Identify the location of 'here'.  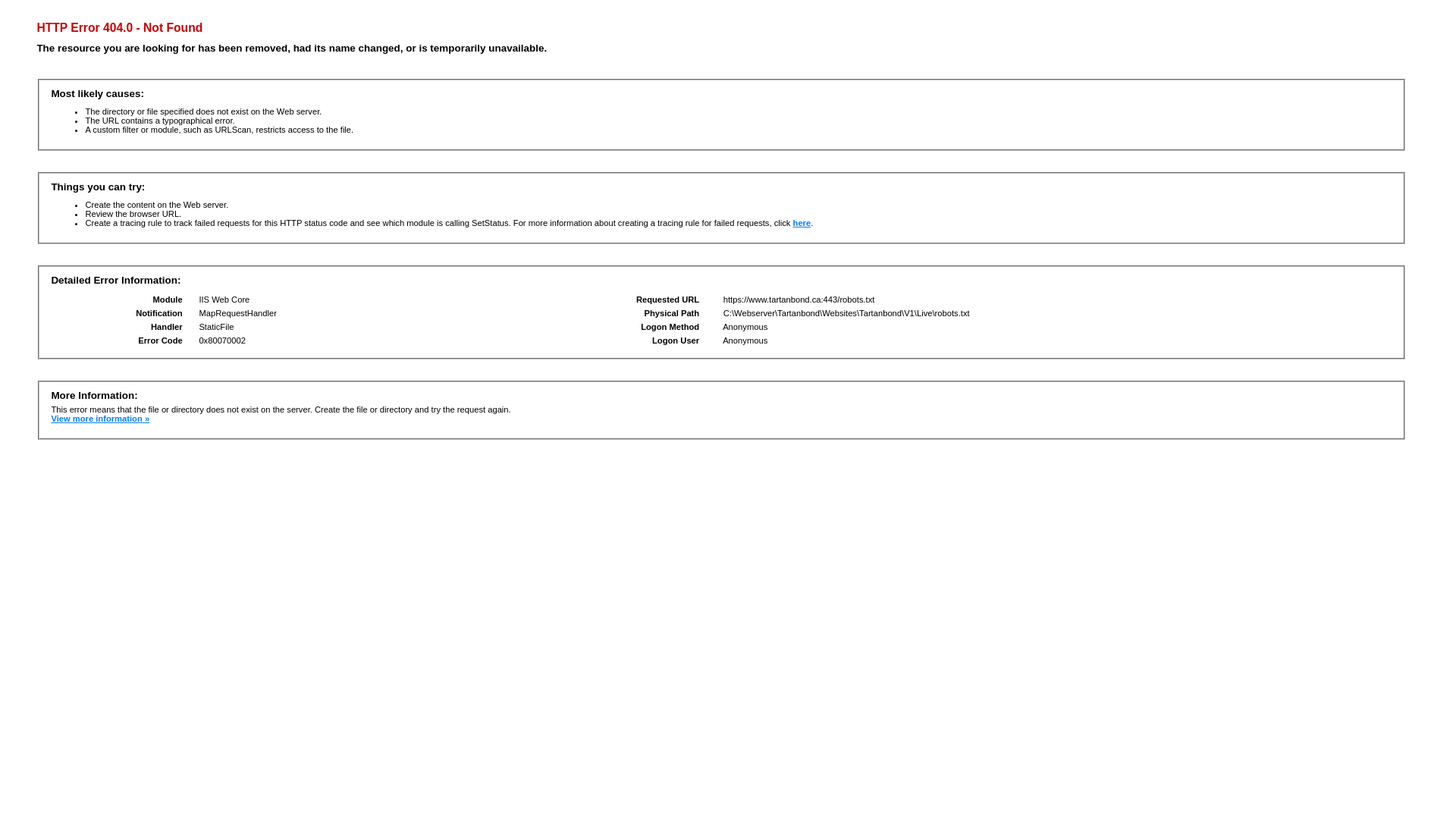
(801, 222).